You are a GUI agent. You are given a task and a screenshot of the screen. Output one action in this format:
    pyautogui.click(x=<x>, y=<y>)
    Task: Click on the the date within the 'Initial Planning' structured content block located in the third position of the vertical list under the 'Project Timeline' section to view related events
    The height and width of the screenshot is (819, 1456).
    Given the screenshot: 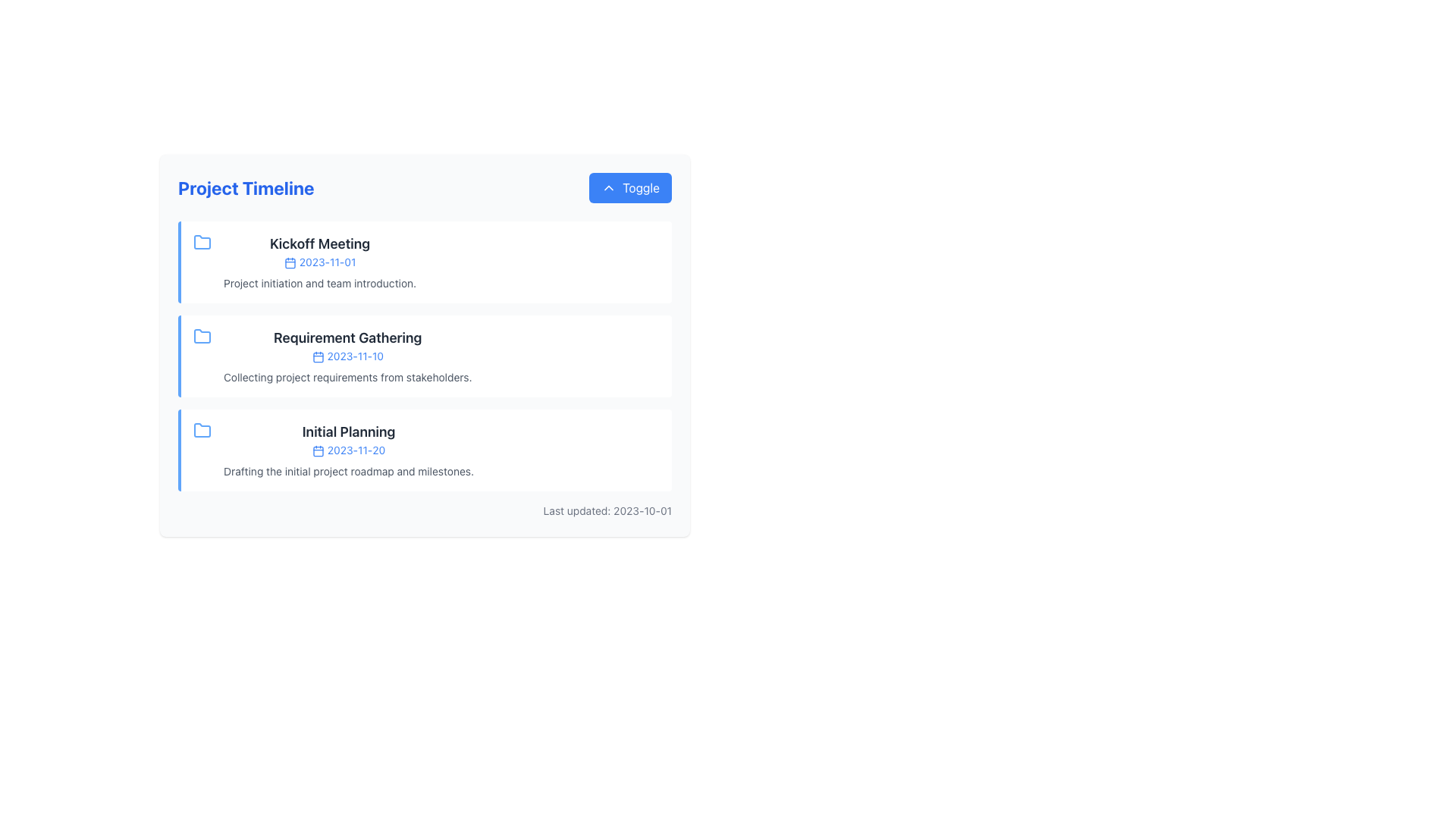 What is the action you would take?
    pyautogui.click(x=425, y=450)
    